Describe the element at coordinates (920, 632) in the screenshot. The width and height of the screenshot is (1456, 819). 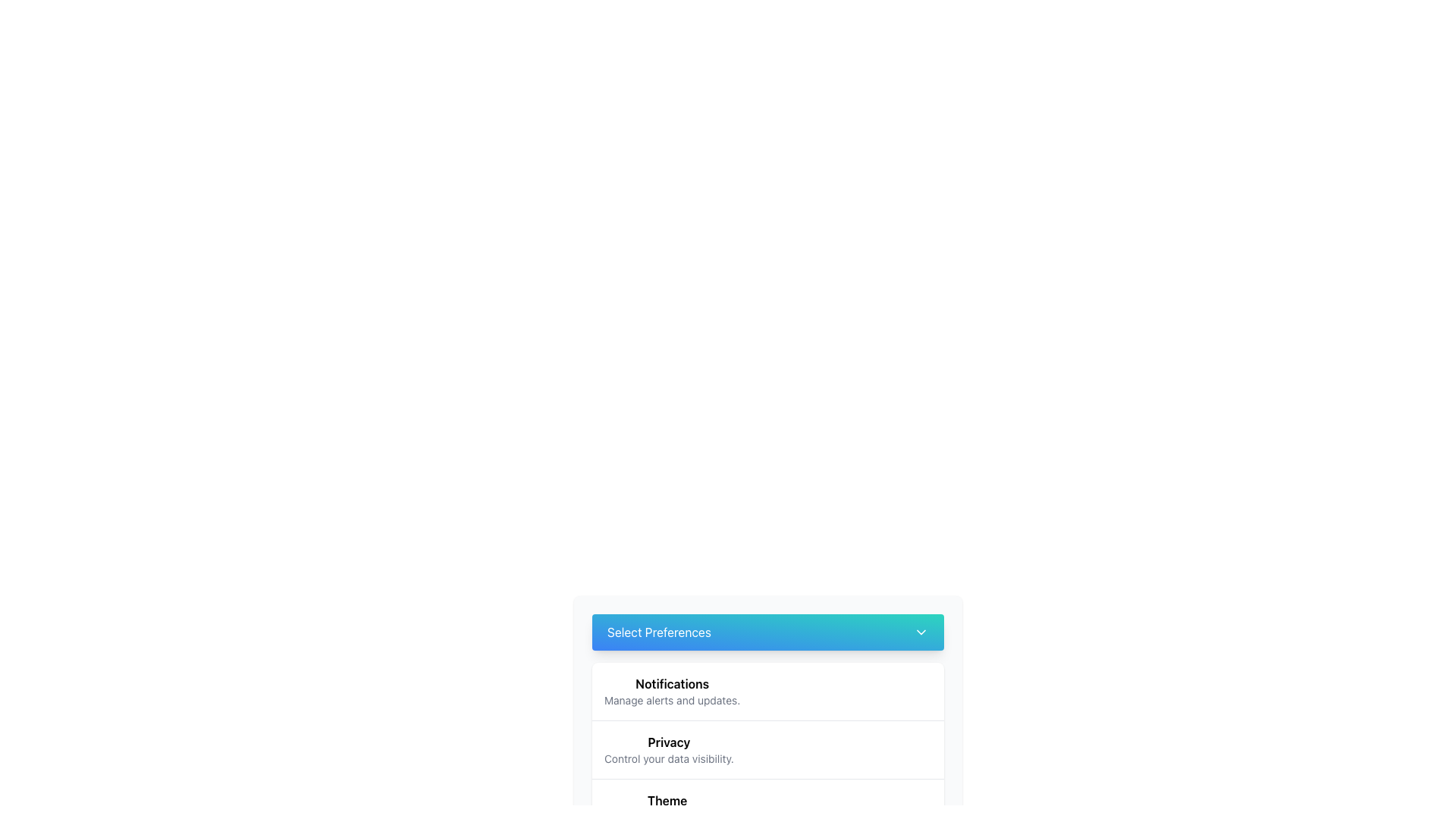
I see `the Dropdown Indicator Icon located at the far right of the 'Select Preferences' title bar` at that location.